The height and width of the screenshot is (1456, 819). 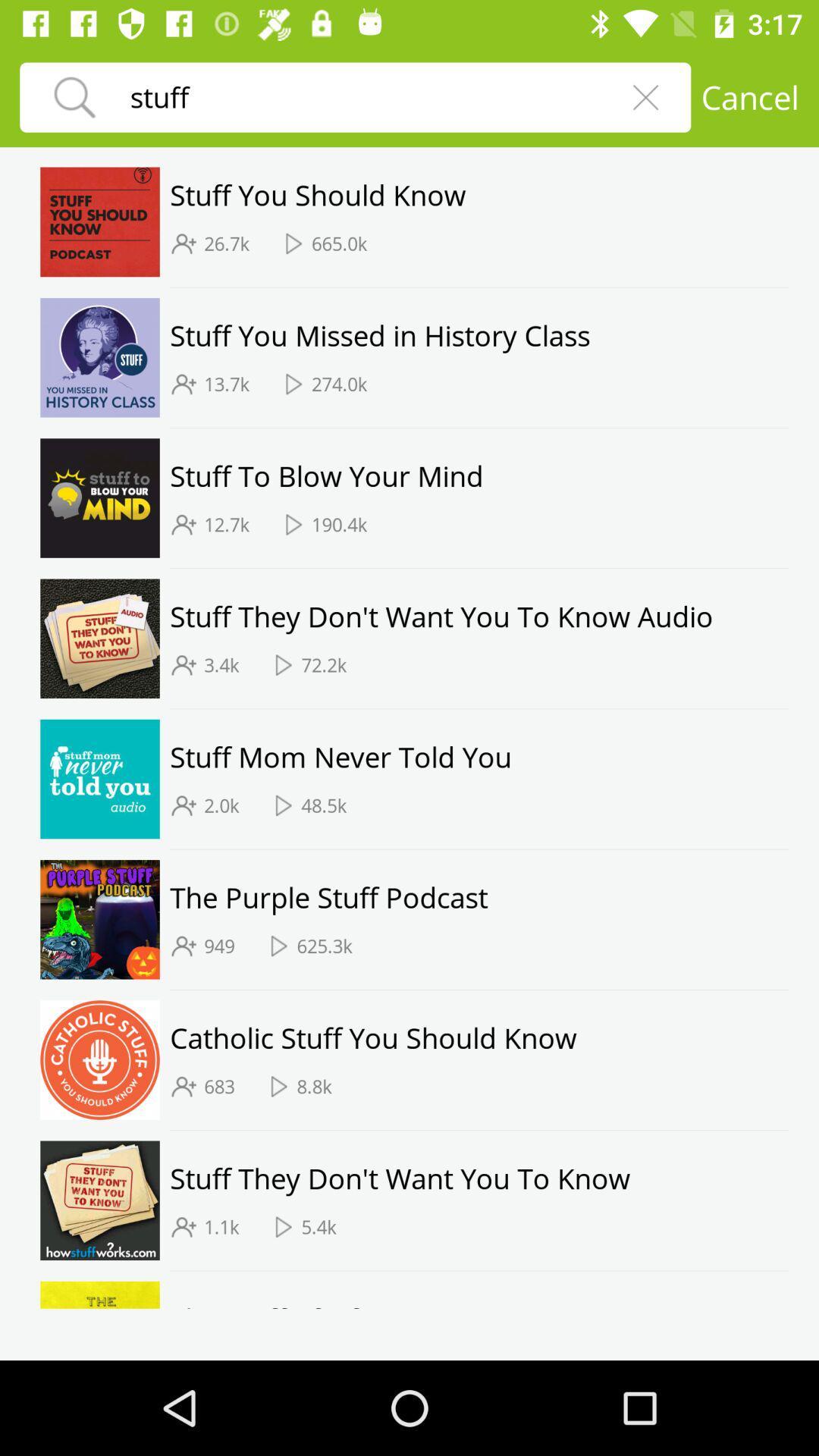 I want to click on item to the right of stuff icon, so click(x=645, y=96).